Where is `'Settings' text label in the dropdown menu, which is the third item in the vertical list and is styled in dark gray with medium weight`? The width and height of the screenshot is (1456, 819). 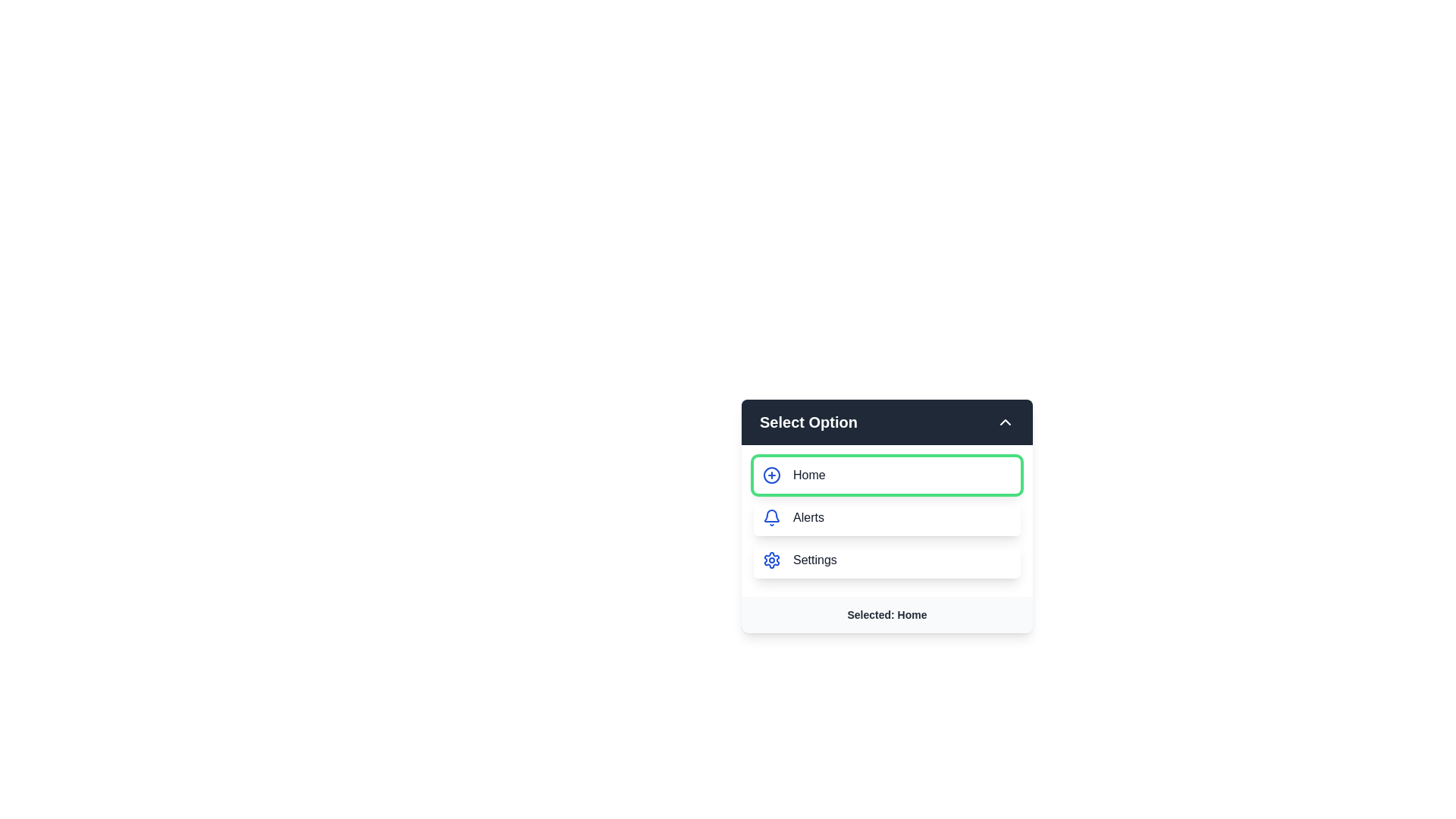
'Settings' text label in the dropdown menu, which is the third item in the vertical list and is styled in dark gray with medium weight is located at coordinates (814, 560).